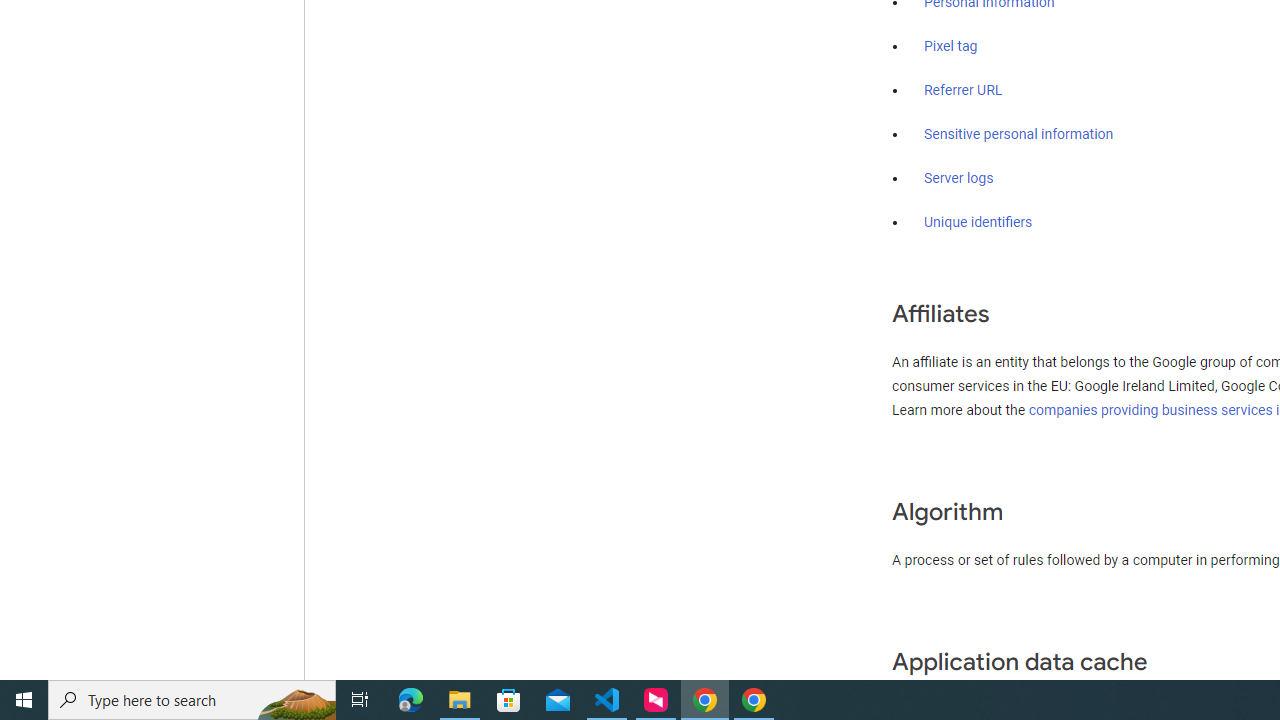  What do you see at coordinates (1018, 135) in the screenshot?
I see `'Sensitive personal information'` at bounding box center [1018, 135].